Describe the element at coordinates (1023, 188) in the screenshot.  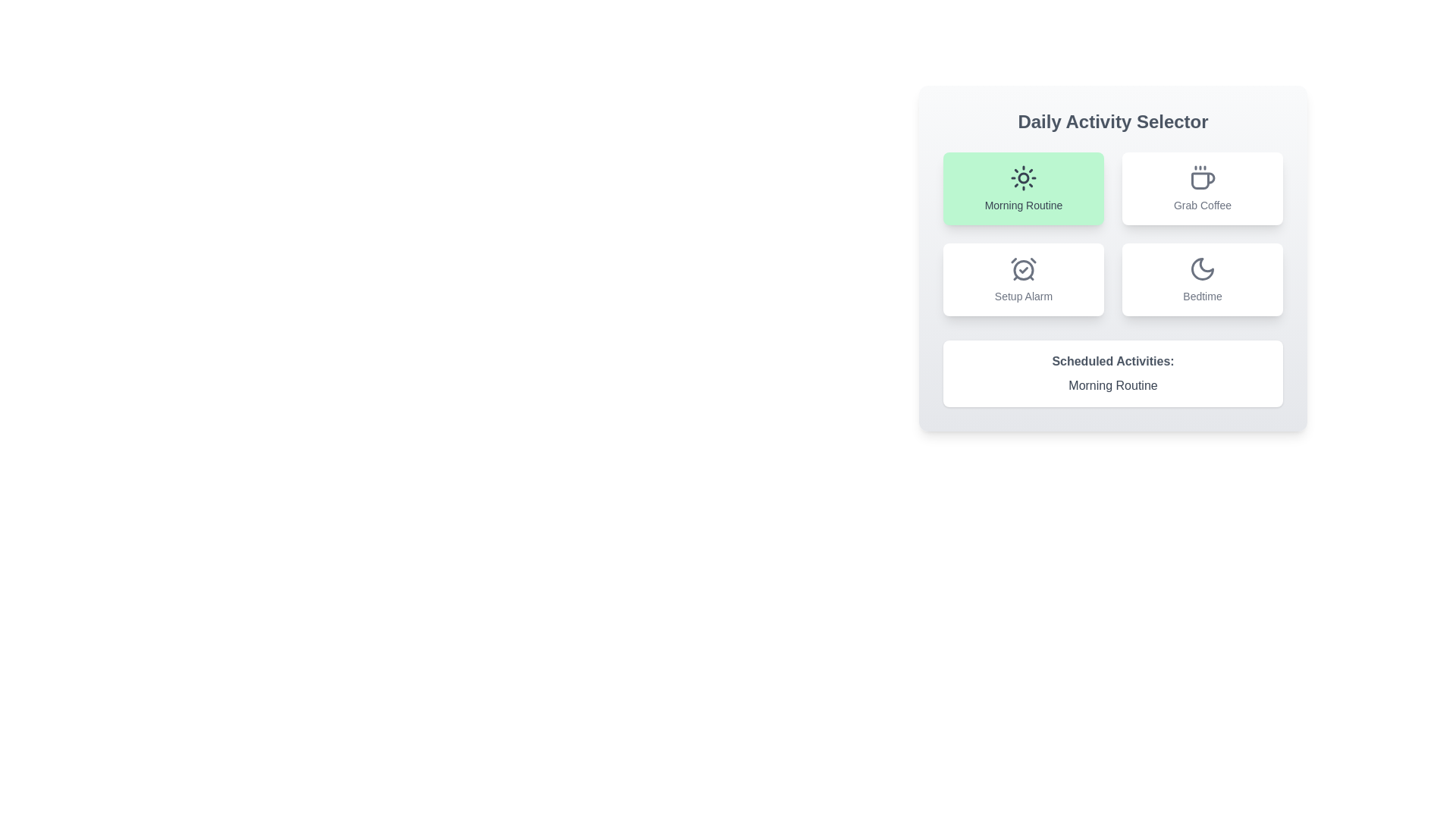
I see `the activity Morning Routine by clicking its button` at that location.